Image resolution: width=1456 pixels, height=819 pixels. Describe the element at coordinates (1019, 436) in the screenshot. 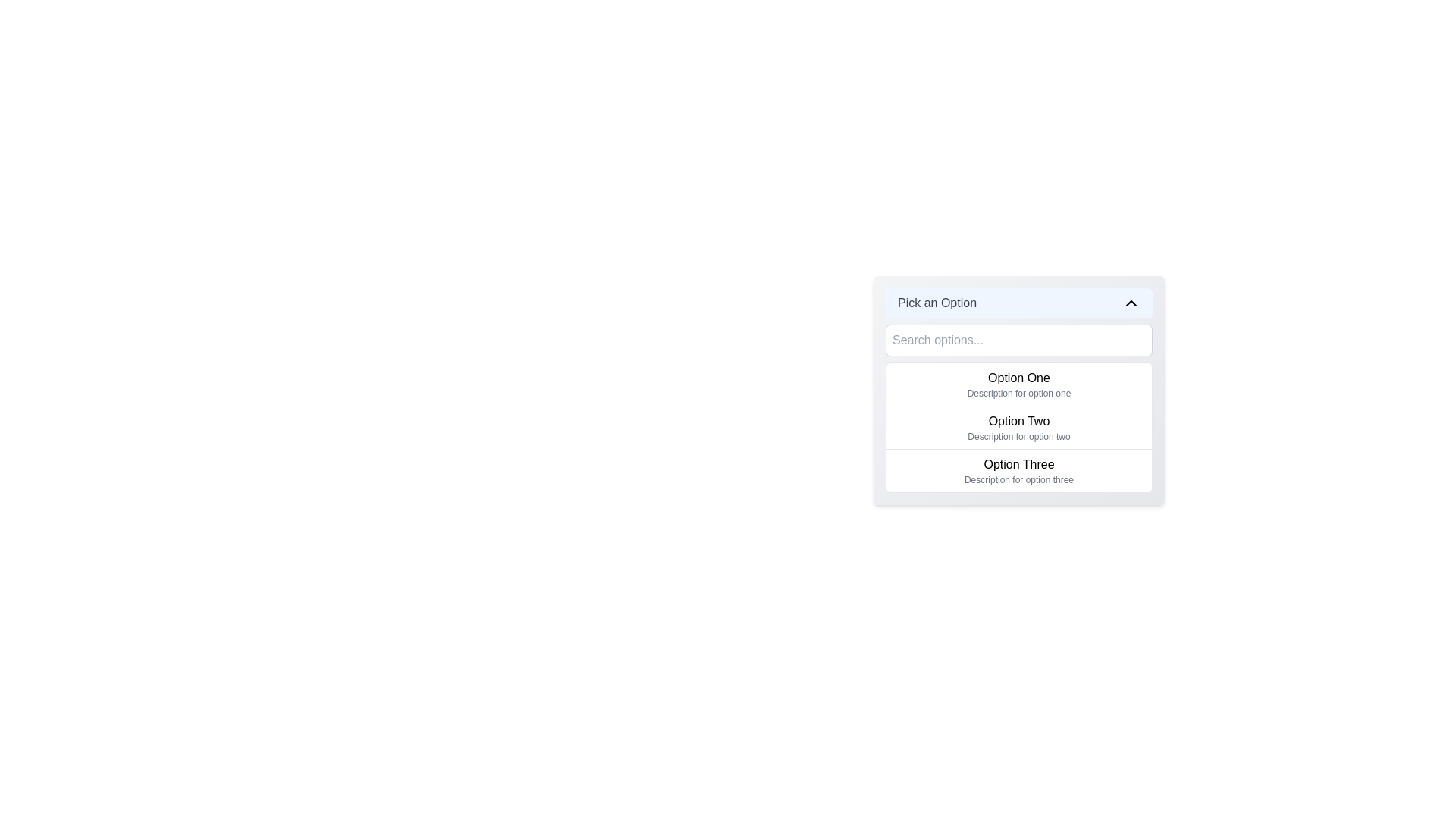

I see `the text display that reads 'Description for option two', which is styled in a small, gray font and positioned below 'Option Two' in the dropdown menu` at that location.